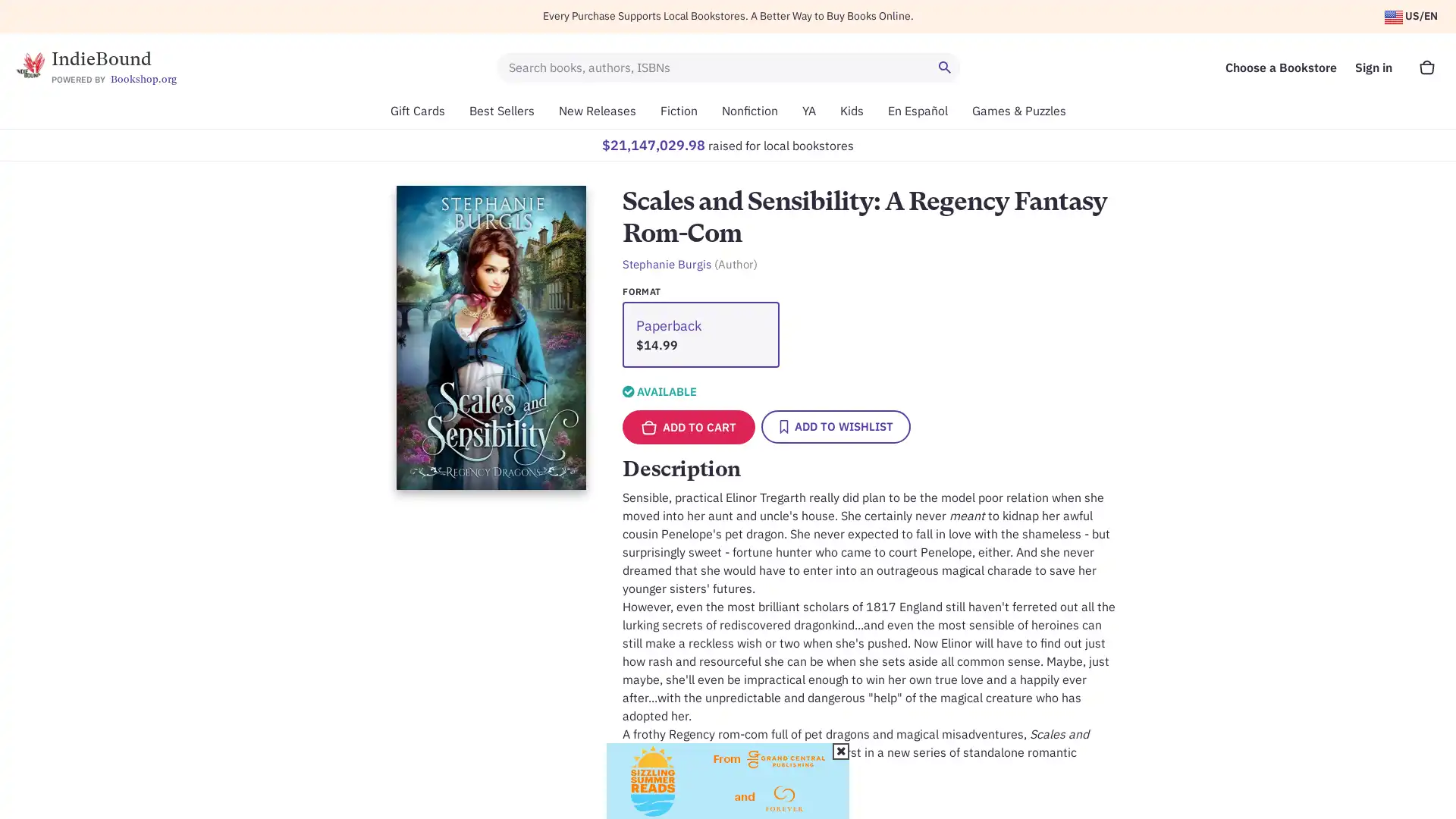 The height and width of the screenshot is (819, 1456). What do you see at coordinates (946, 66) in the screenshot?
I see `Search` at bounding box center [946, 66].